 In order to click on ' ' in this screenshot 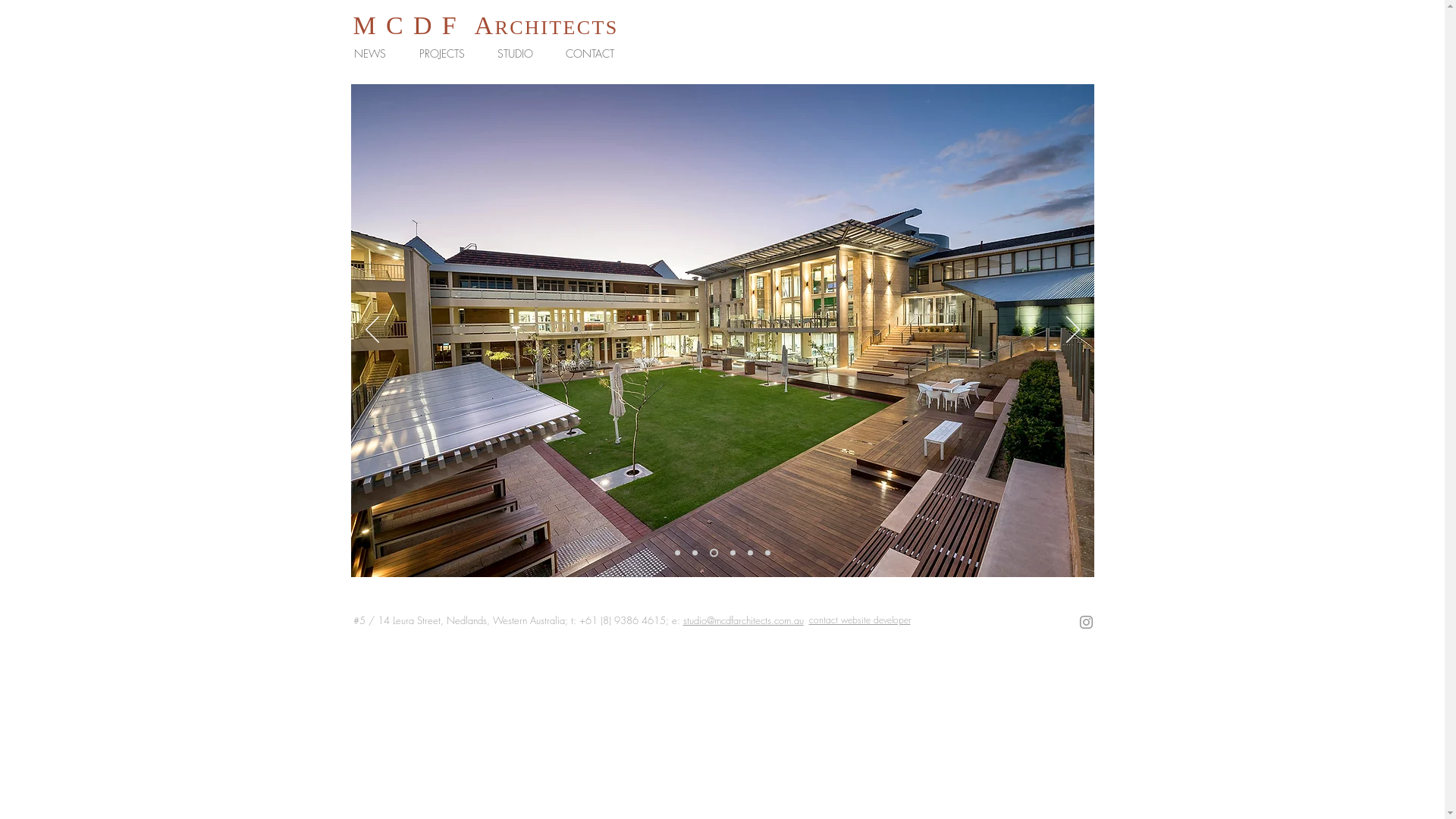, I will do `click(457, 26)`.